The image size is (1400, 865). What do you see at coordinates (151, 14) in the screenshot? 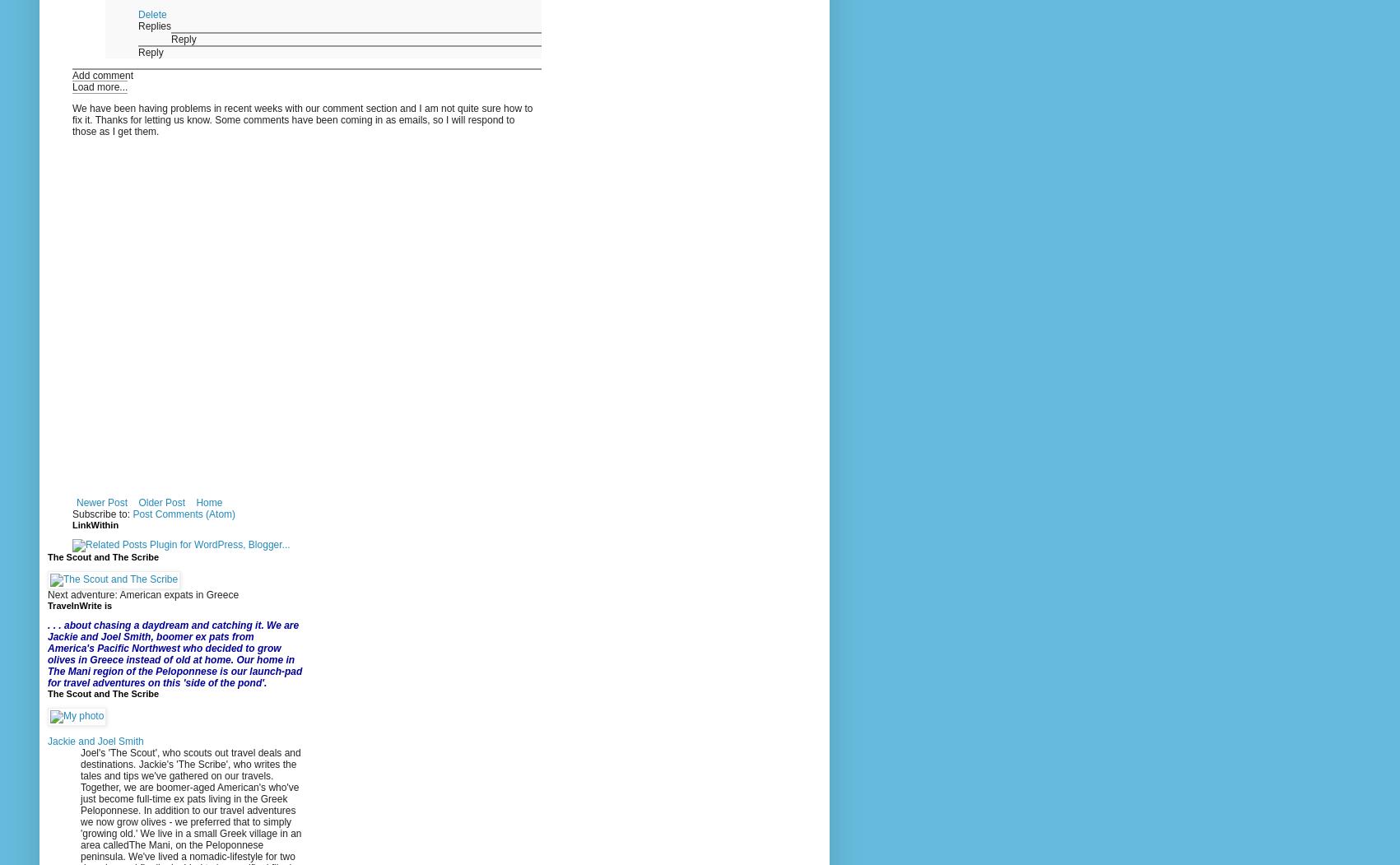
I see `'Delete'` at bounding box center [151, 14].